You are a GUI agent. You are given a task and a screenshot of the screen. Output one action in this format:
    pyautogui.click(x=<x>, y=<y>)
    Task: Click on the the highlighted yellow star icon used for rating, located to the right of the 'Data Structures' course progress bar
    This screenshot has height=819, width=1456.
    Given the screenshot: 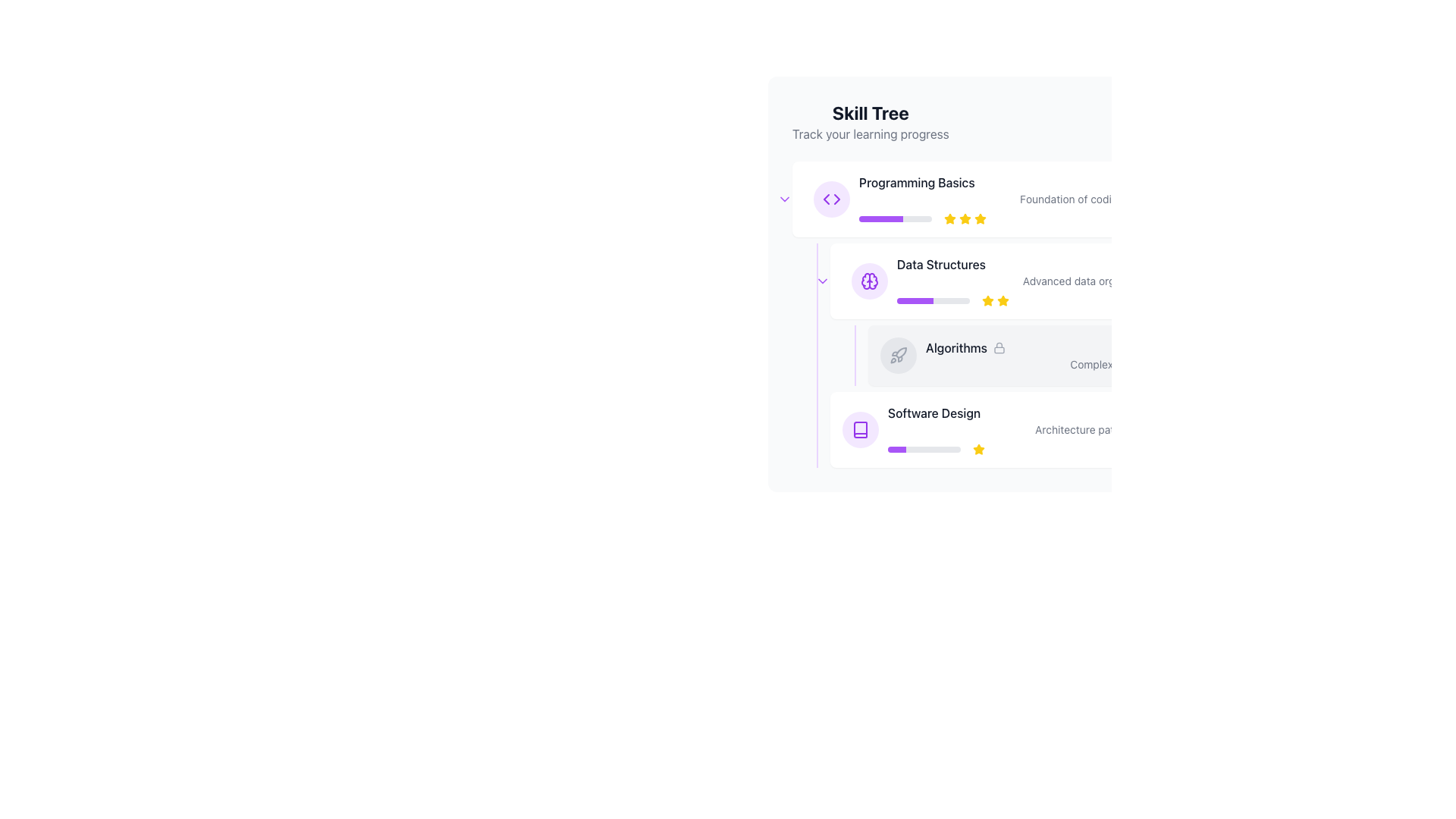 What is the action you would take?
    pyautogui.click(x=1003, y=300)
    